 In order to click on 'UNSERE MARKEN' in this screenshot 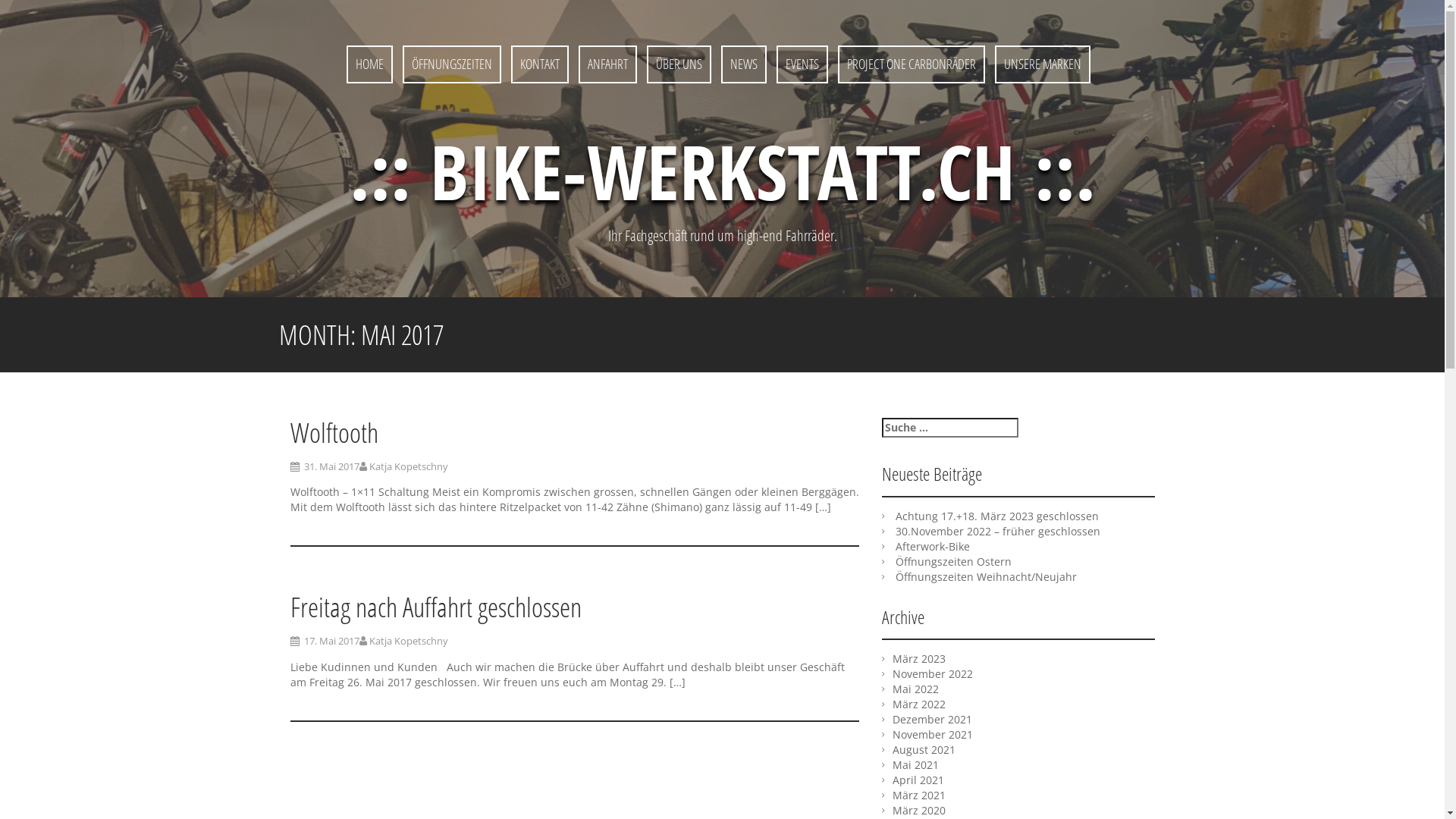, I will do `click(1041, 63)`.